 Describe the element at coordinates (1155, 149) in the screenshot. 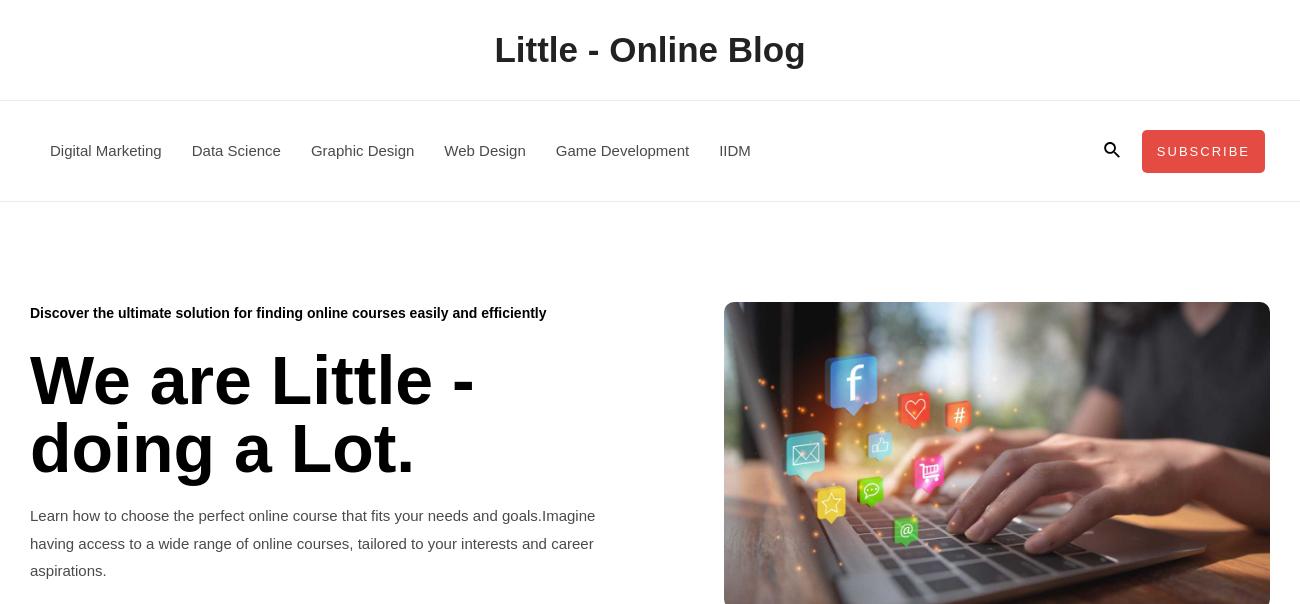

I see `'Subscribe'` at that location.